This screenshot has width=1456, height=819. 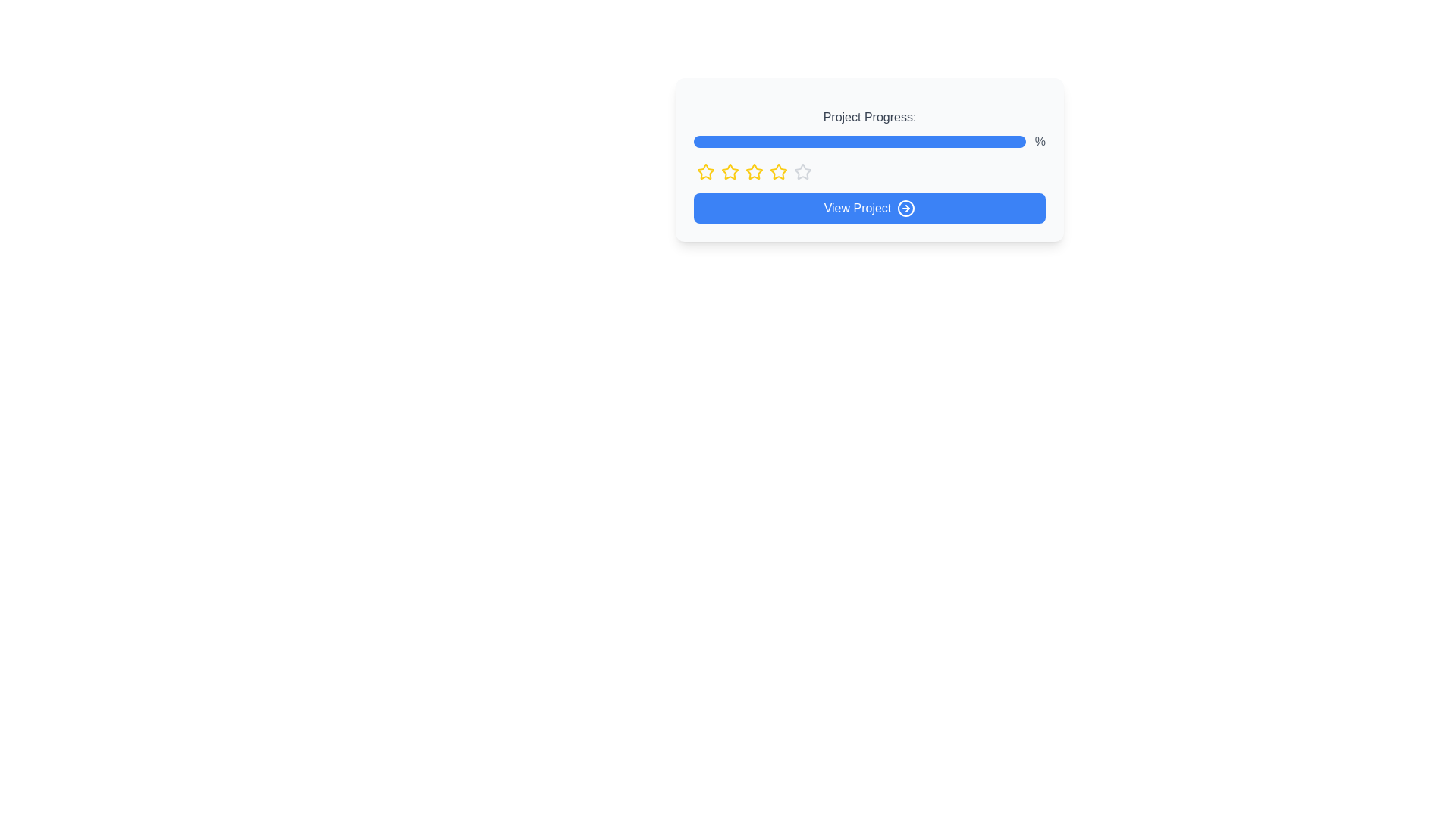 I want to click on the horizontal progress bar that is light gray with a blue segment, located below the text 'Project Progress:' and to the left of the '%' indicator, so click(x=859, y=141).